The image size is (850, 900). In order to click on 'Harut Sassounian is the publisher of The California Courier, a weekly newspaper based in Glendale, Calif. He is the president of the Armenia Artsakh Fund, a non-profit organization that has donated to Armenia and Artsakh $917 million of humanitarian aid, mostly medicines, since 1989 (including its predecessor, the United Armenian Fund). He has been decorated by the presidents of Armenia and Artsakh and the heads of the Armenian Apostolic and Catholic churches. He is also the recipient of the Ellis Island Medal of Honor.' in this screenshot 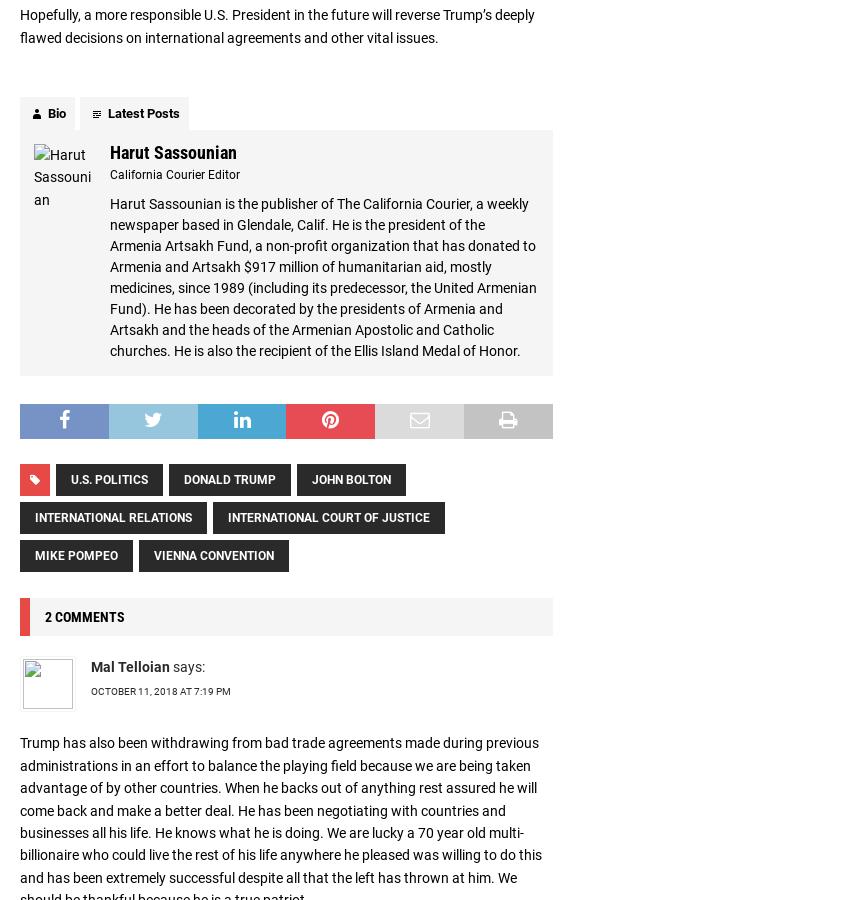, I will do `click(323, 275)`.